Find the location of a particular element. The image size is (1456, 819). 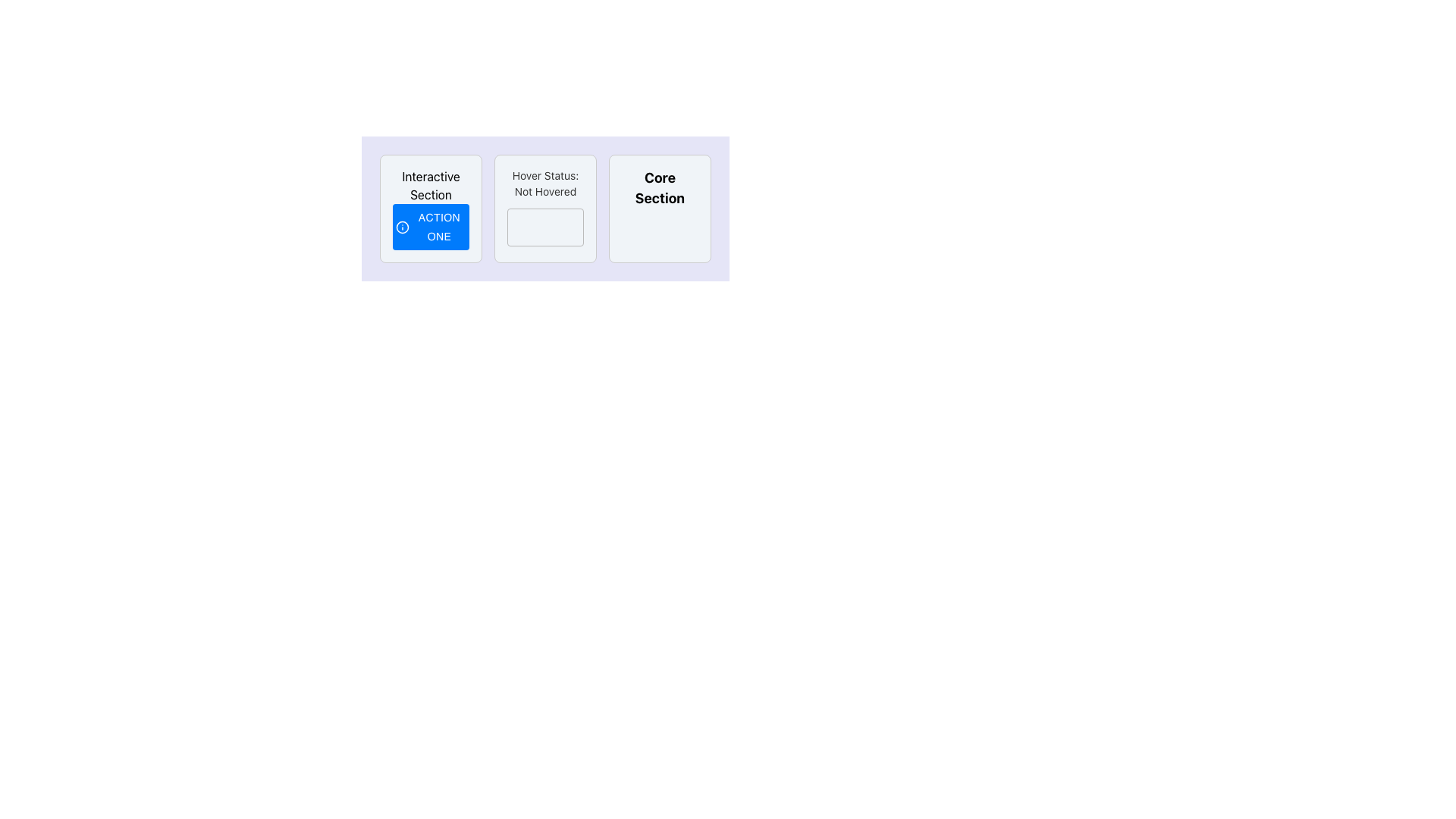

the visual indicator icon located within the 'Interactive Section' panel, to the left of the 'Action One' button is located at coordinates (403, 227).